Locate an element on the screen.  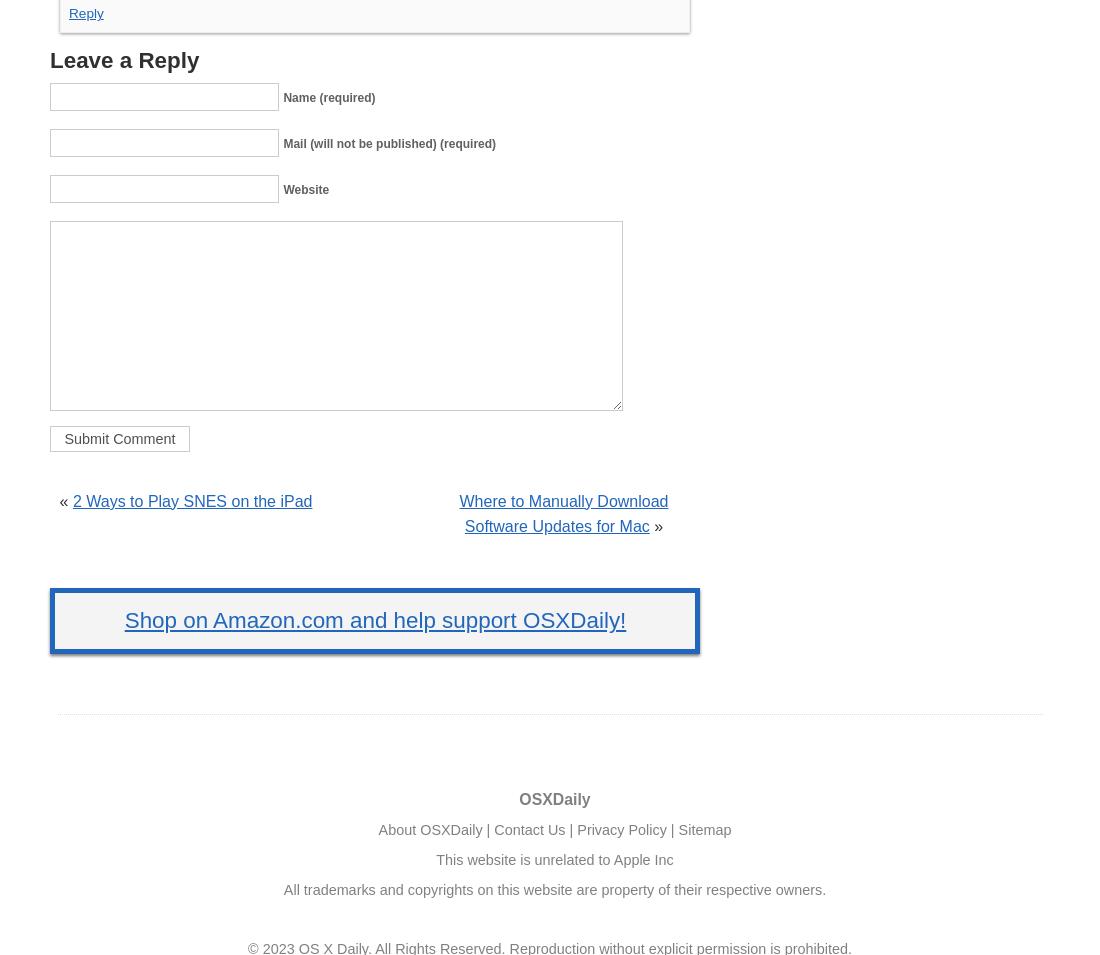
'This website is unrelated to Apple Inc' is located at coordinates (553, 859).